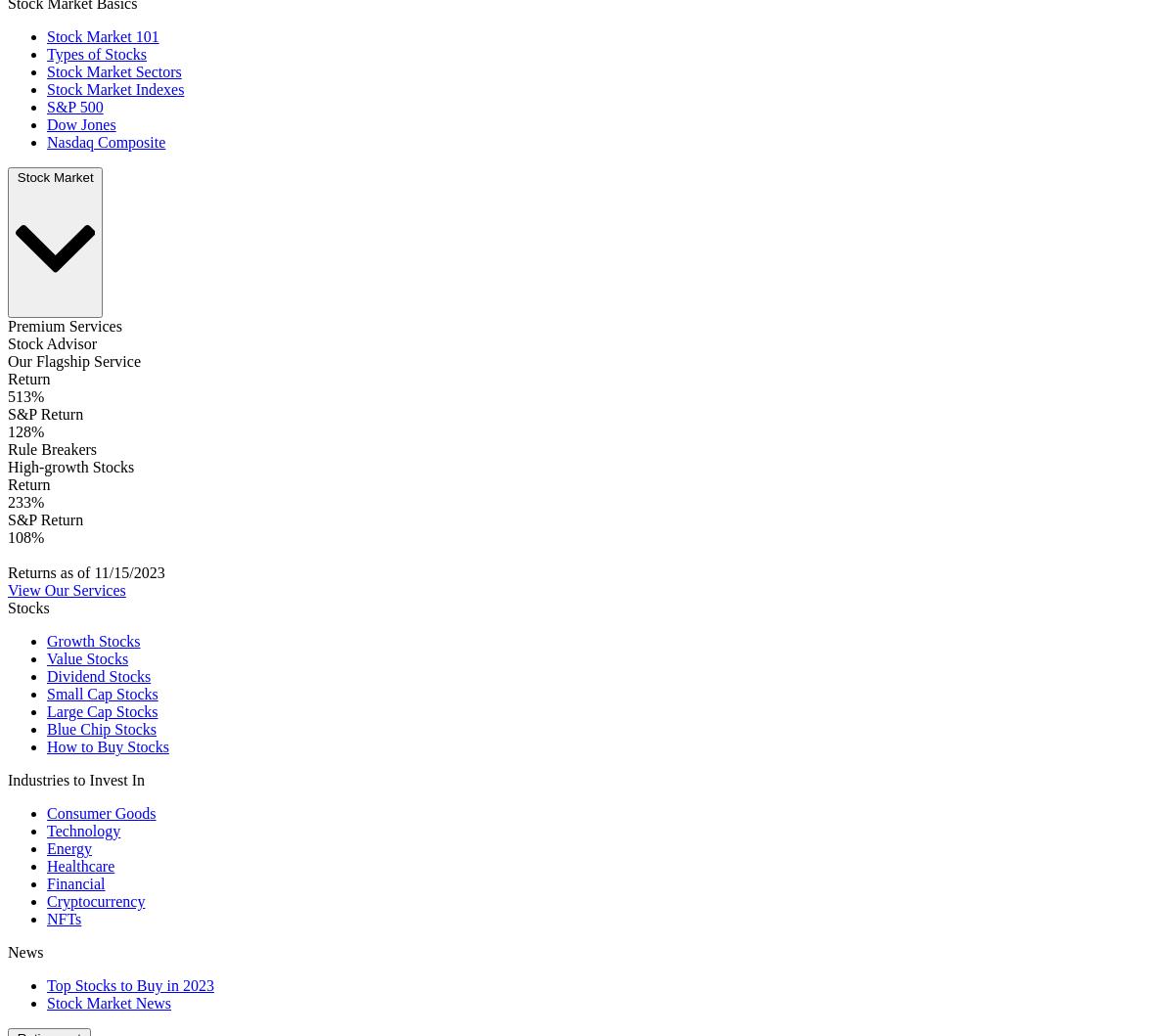  Describe the element at coordinates (102, 711) in the screenshot. I see `'Large Cap Stocks'` at that location.